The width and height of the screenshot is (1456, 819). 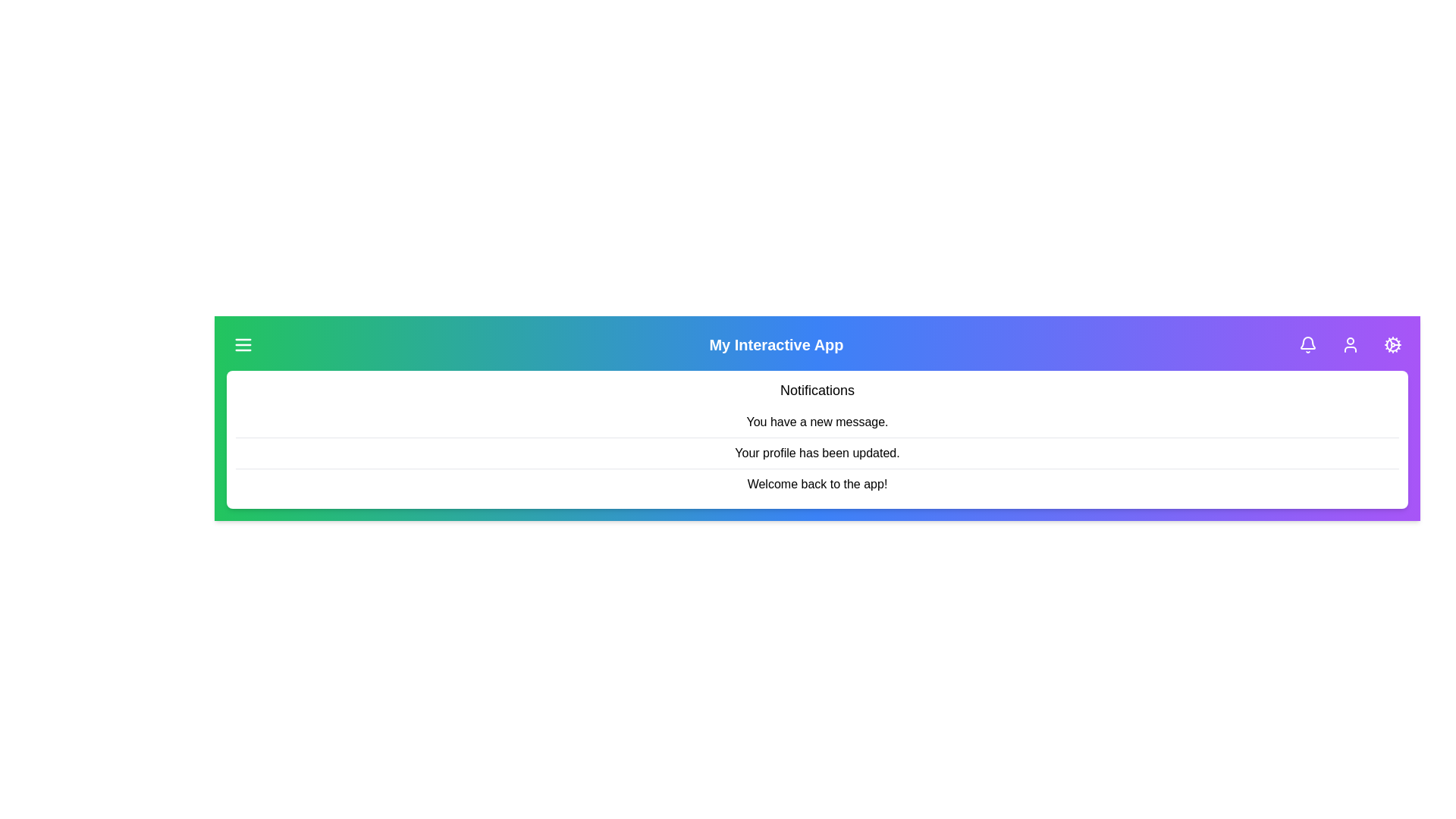 I want to click on the text 'You have a new message.' from the notification panel, so click(x=817, y=422).